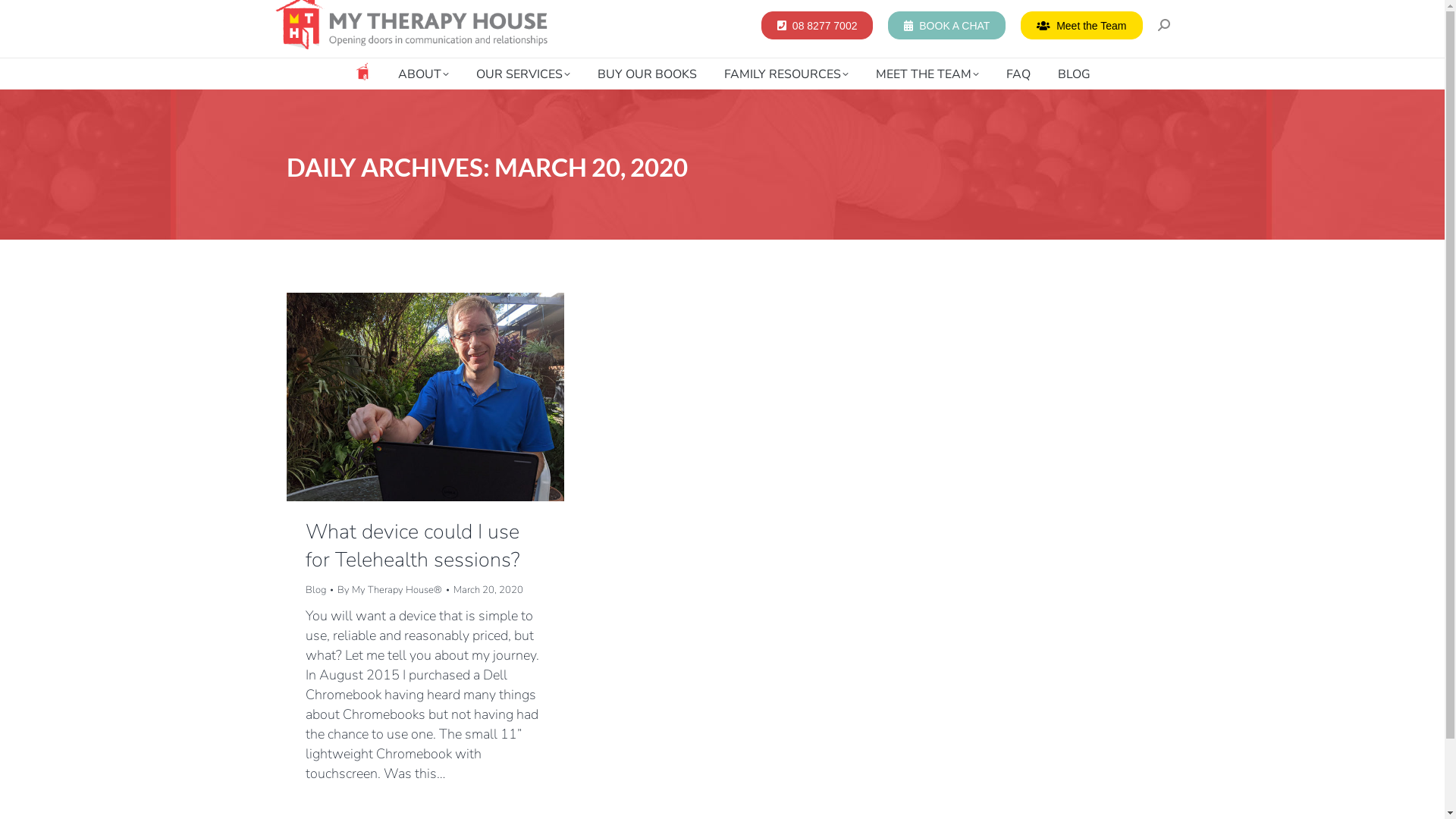 The width and height of the screenshot is (1456, 819). What do you see at coordinates (1080, 24) in the screenshot?
I see `'  Meet the Team'` at bounding box center [1080, 24].